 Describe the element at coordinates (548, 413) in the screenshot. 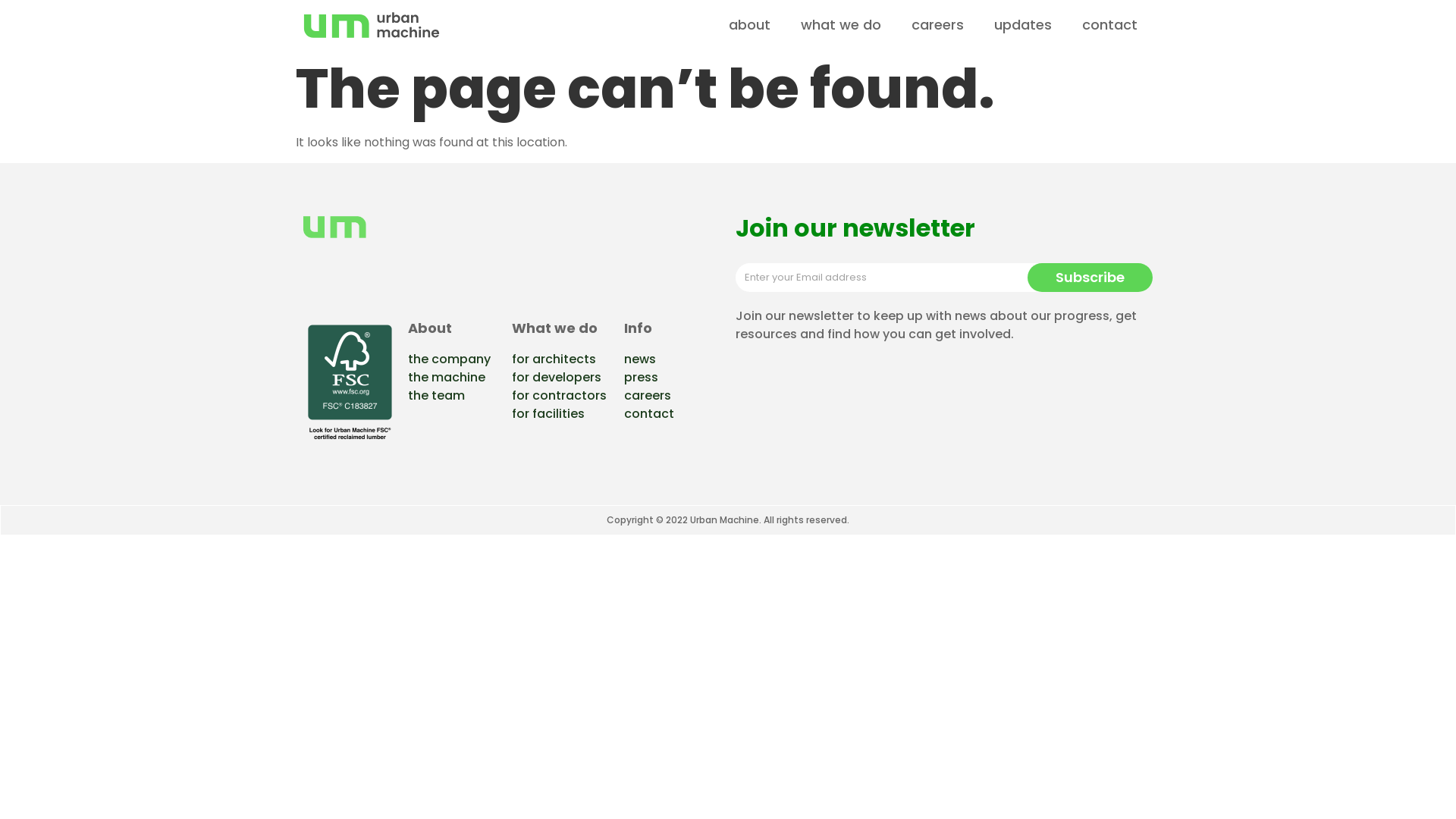

I see `'for facilities'` at that location.